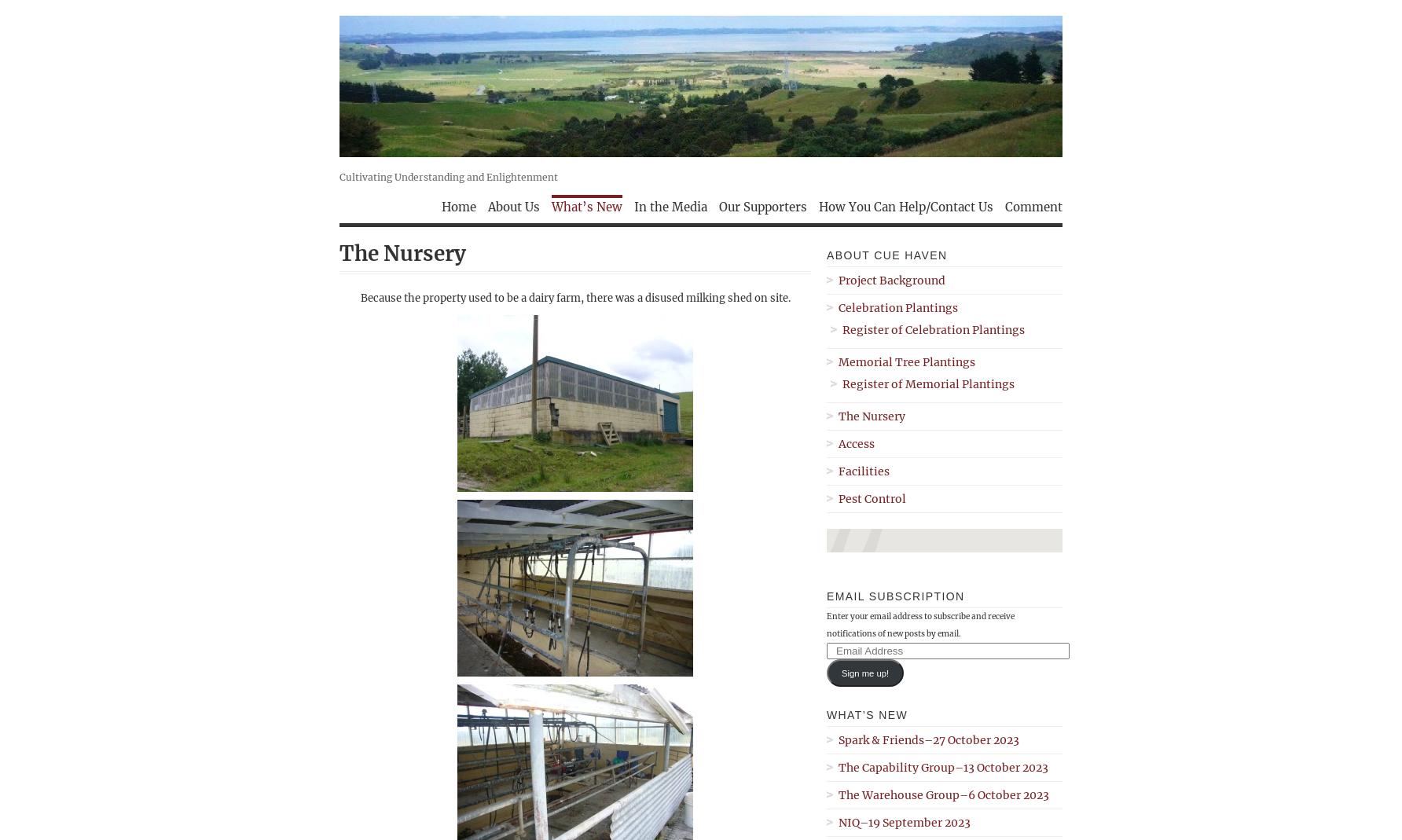  What do you see at coordinates (872, 498) in the screenshot?
I see `'Pest Control'` at bounding box center [872, 498].